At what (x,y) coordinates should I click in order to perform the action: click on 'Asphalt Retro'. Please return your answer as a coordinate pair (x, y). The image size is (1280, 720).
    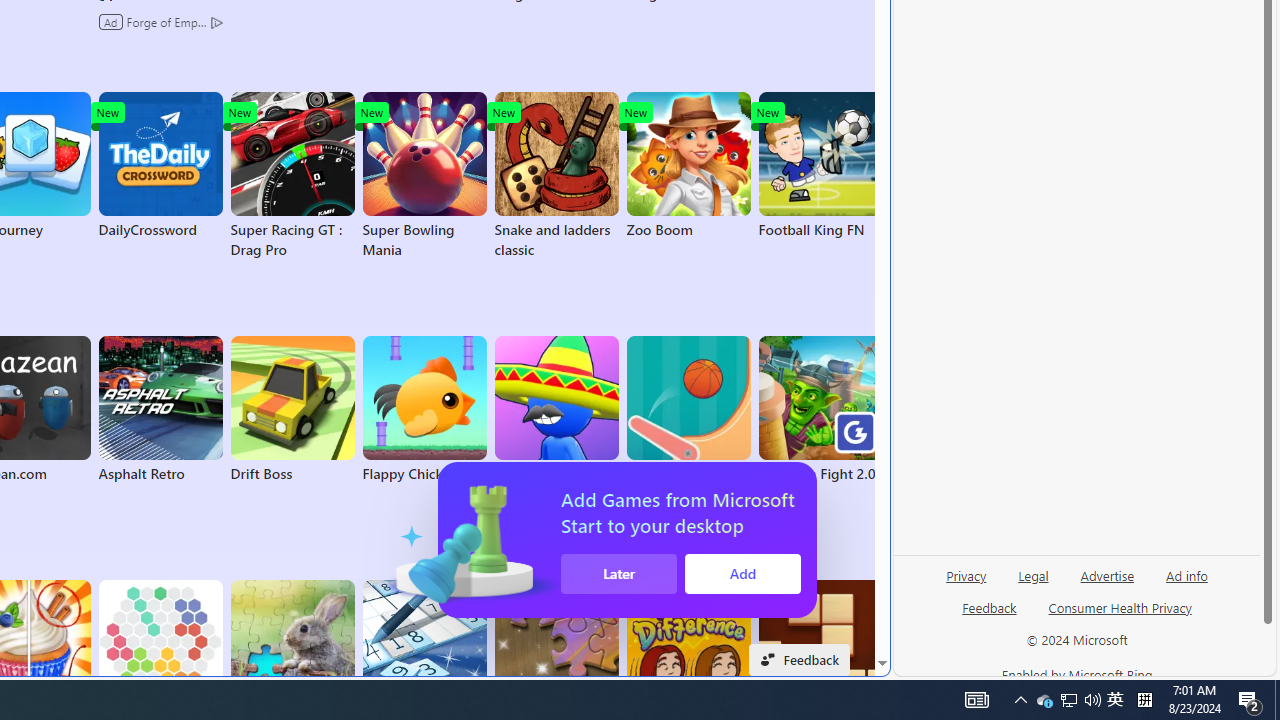
    Looking at the image, I should click on (160, 409).